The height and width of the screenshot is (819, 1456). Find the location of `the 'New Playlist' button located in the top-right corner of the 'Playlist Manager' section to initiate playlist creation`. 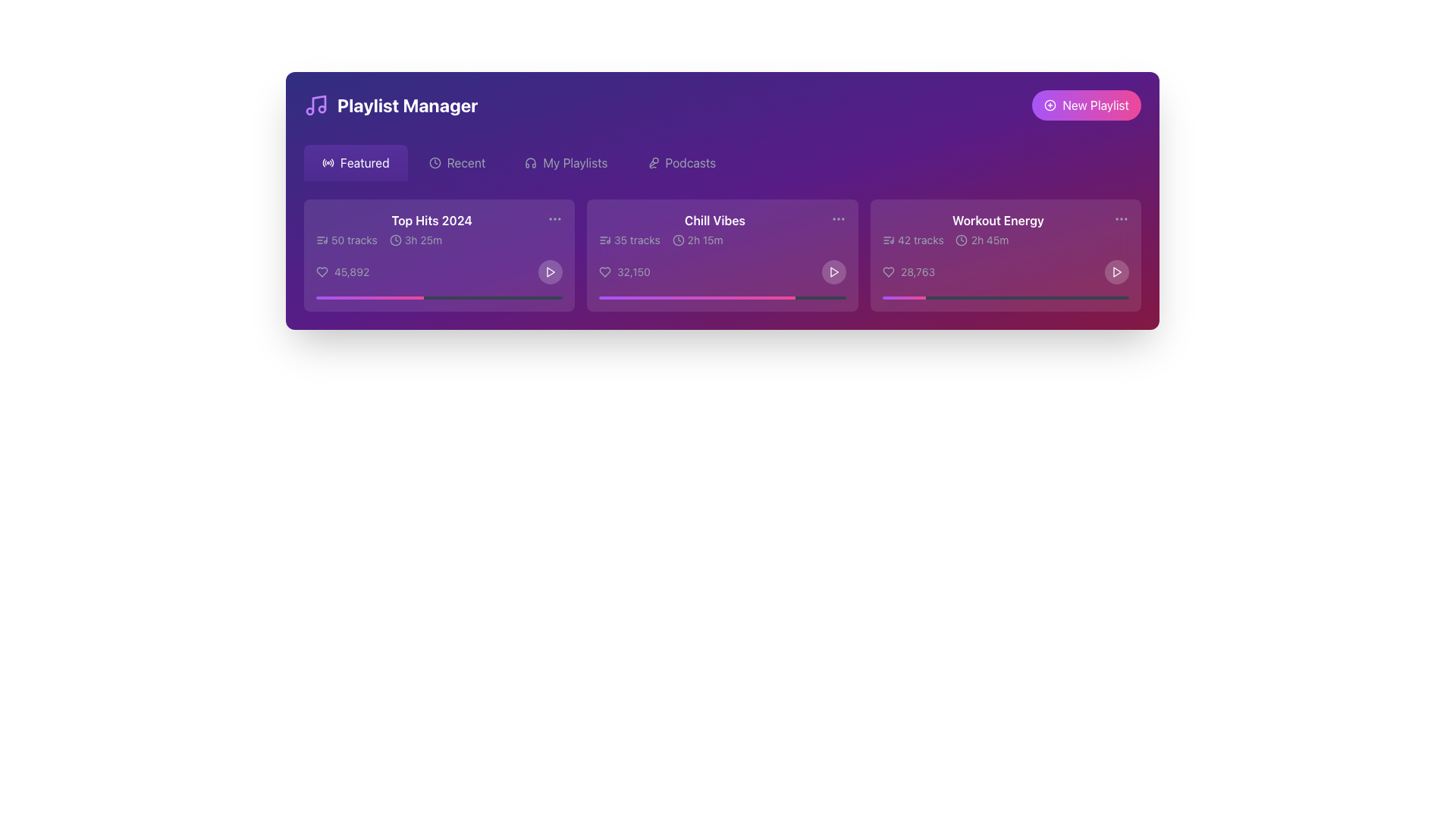

the 'New Playlist' button located in the top-right corner of the 'Playlist Manager' section to initiate playlist creation is located at coordinates (1086, 104).